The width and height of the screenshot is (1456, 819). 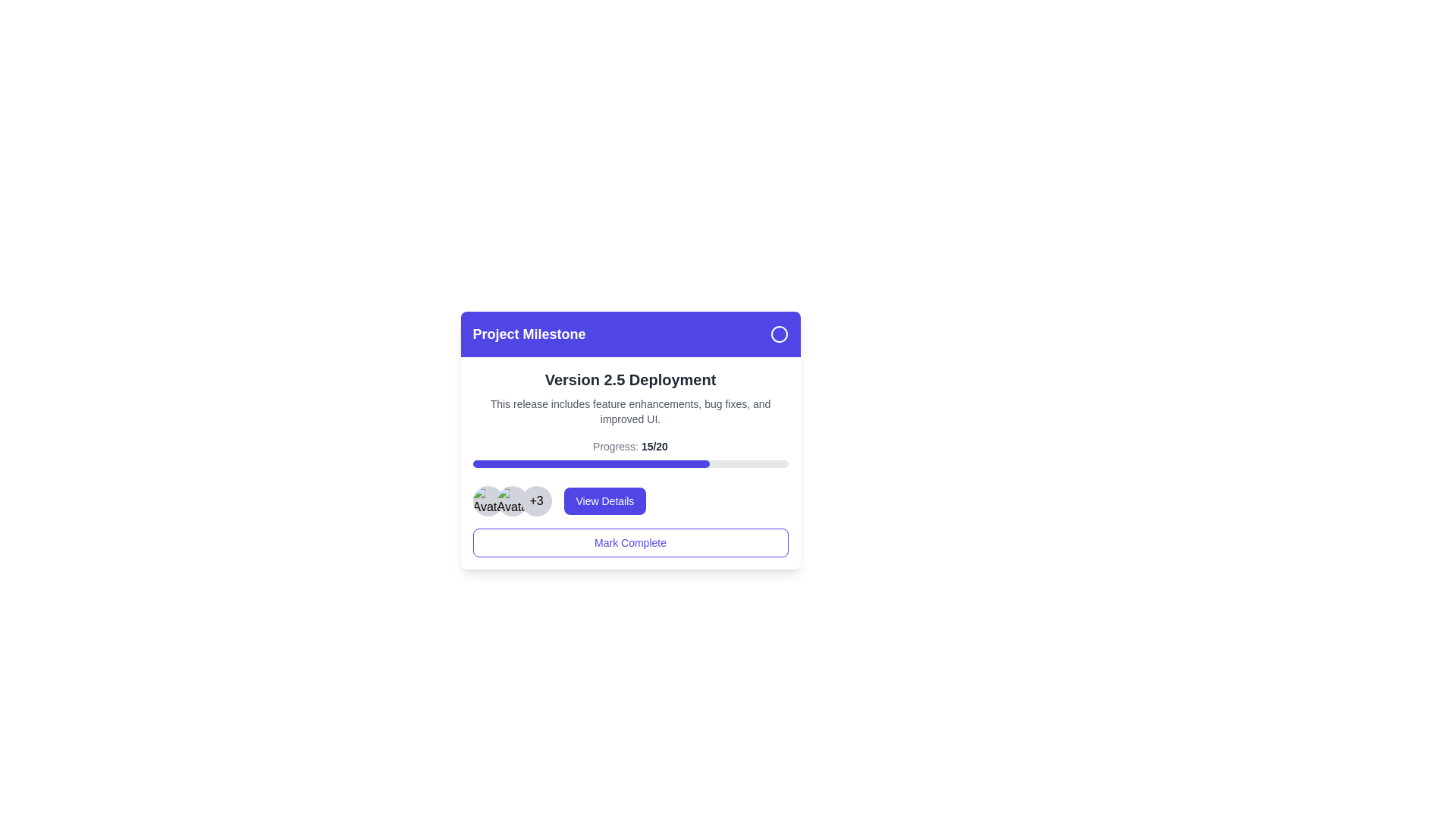 I want to click on the Decorative icon located at the top-right corner of the 'Project Milestone' card header, which serves as a non-interactive decorative component, so click(x=779, y=333).